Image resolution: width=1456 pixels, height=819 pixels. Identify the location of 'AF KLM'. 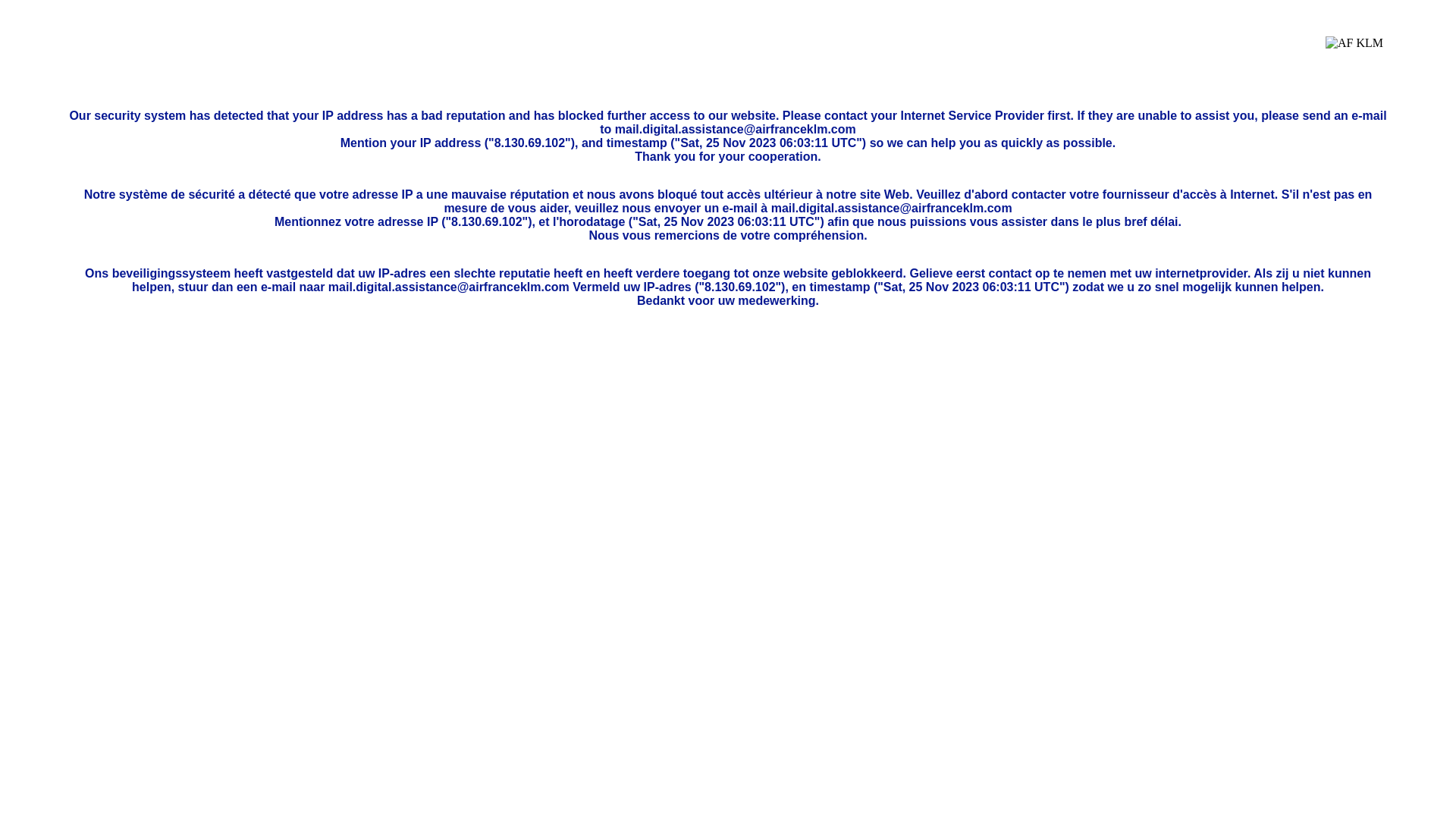
(1354, 54).